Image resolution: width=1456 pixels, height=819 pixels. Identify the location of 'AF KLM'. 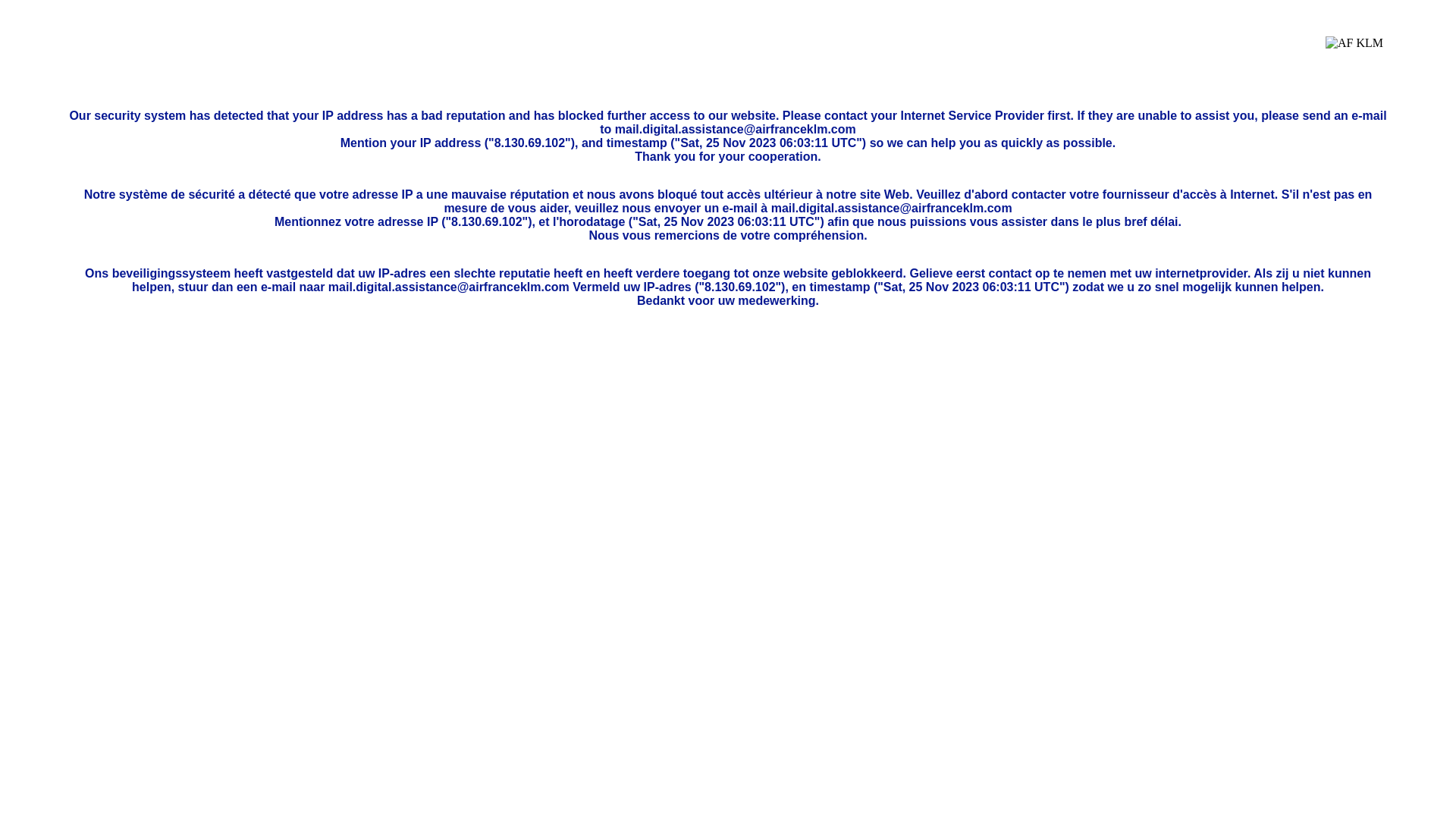
(1354, 54).